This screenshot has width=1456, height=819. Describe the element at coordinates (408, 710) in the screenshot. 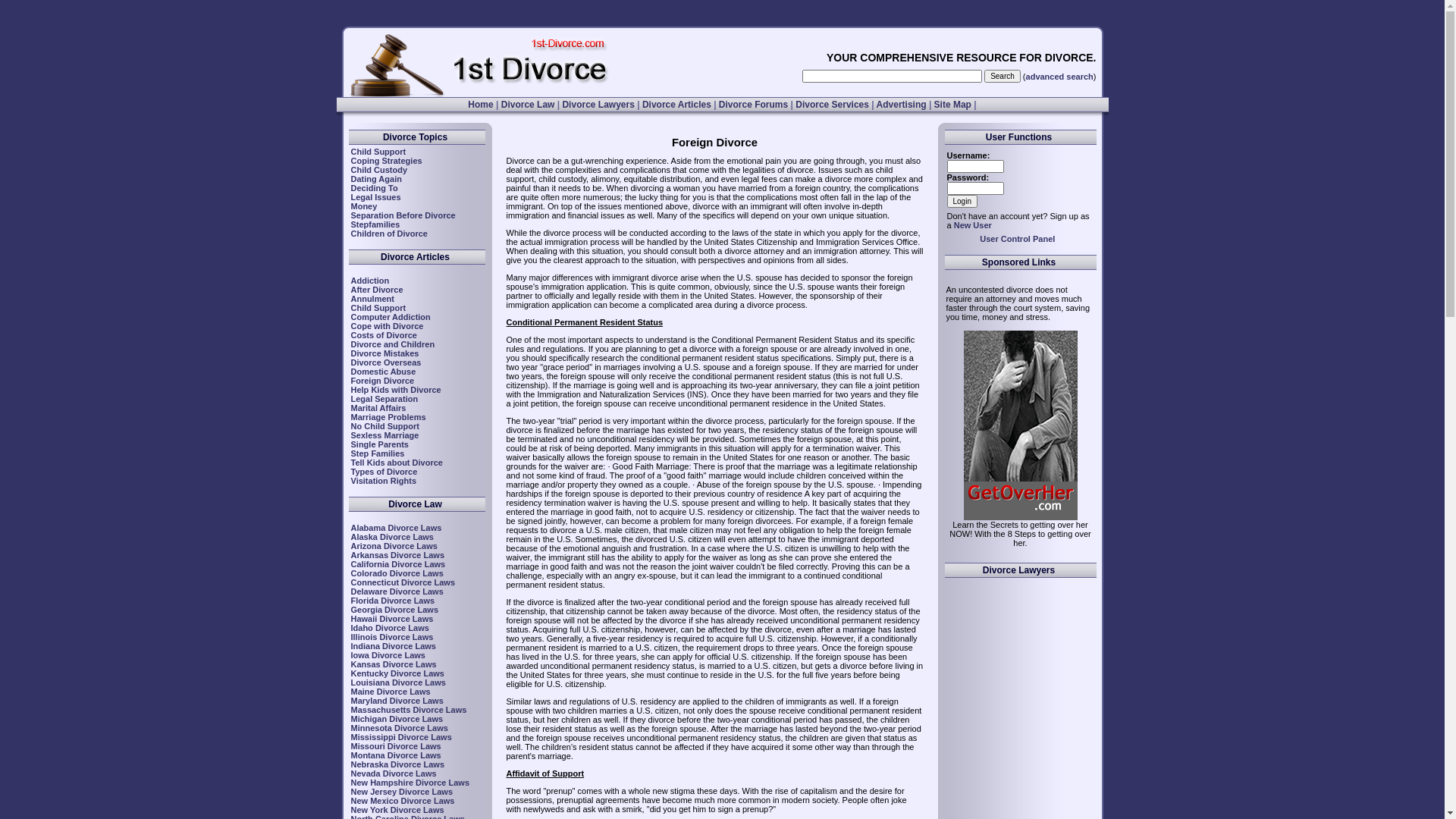

I see `'Massachusetts Divorce Laws'` at that location.